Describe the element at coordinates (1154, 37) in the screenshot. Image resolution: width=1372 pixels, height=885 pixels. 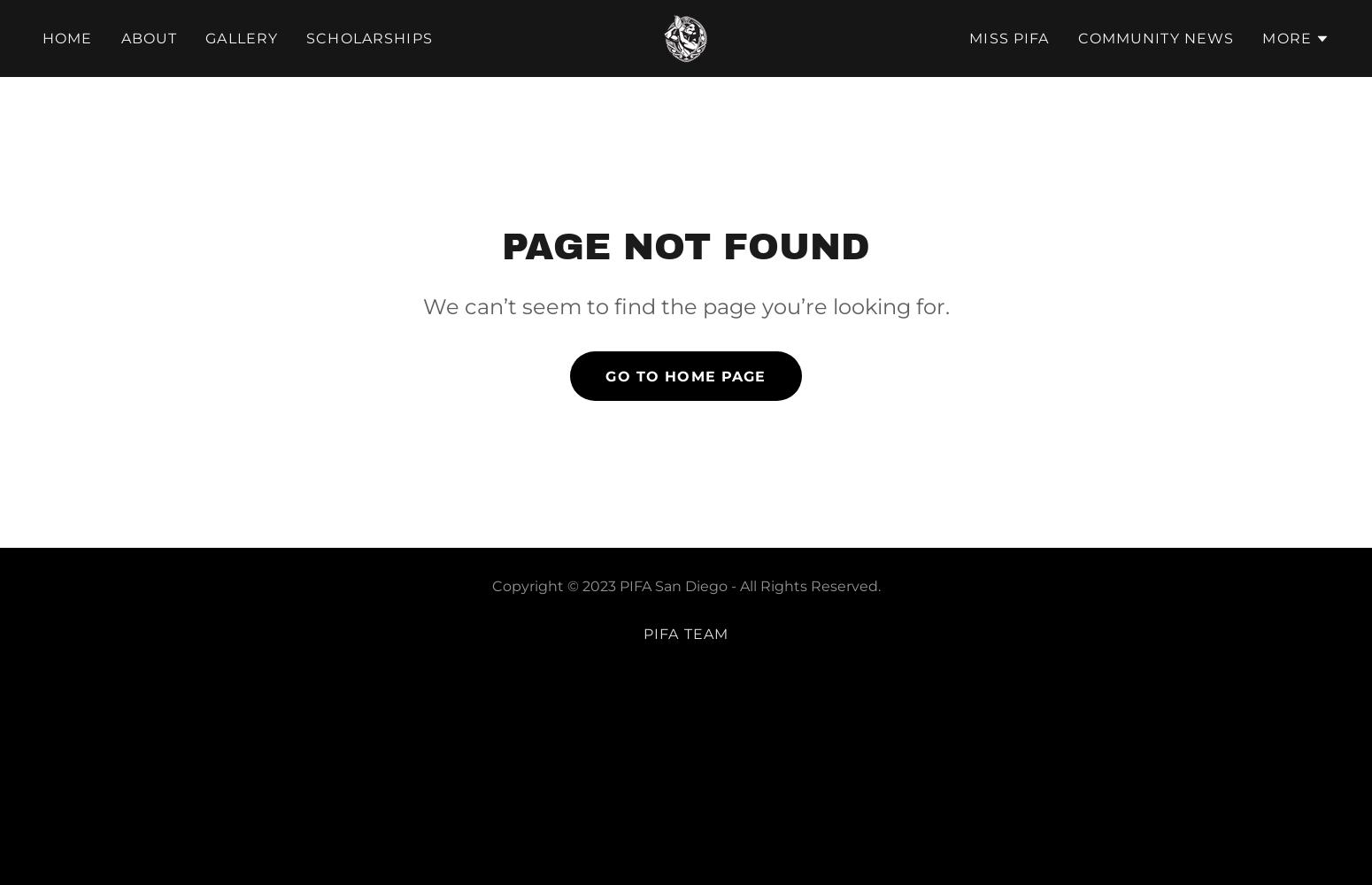
I see `'Community News'` at that location.